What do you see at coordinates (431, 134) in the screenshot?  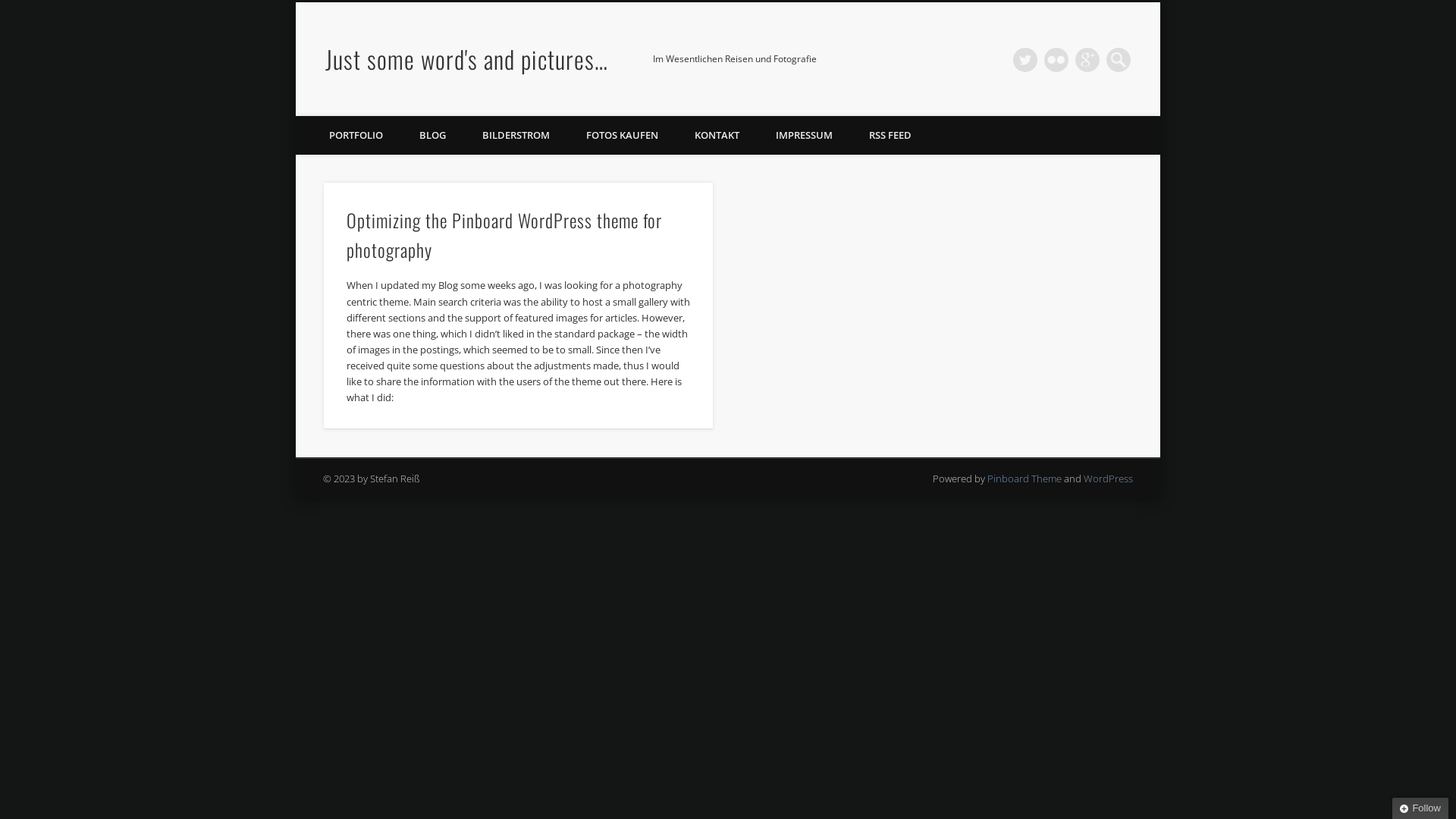 I see `'BLOG'` at bounding box center [431, 134].